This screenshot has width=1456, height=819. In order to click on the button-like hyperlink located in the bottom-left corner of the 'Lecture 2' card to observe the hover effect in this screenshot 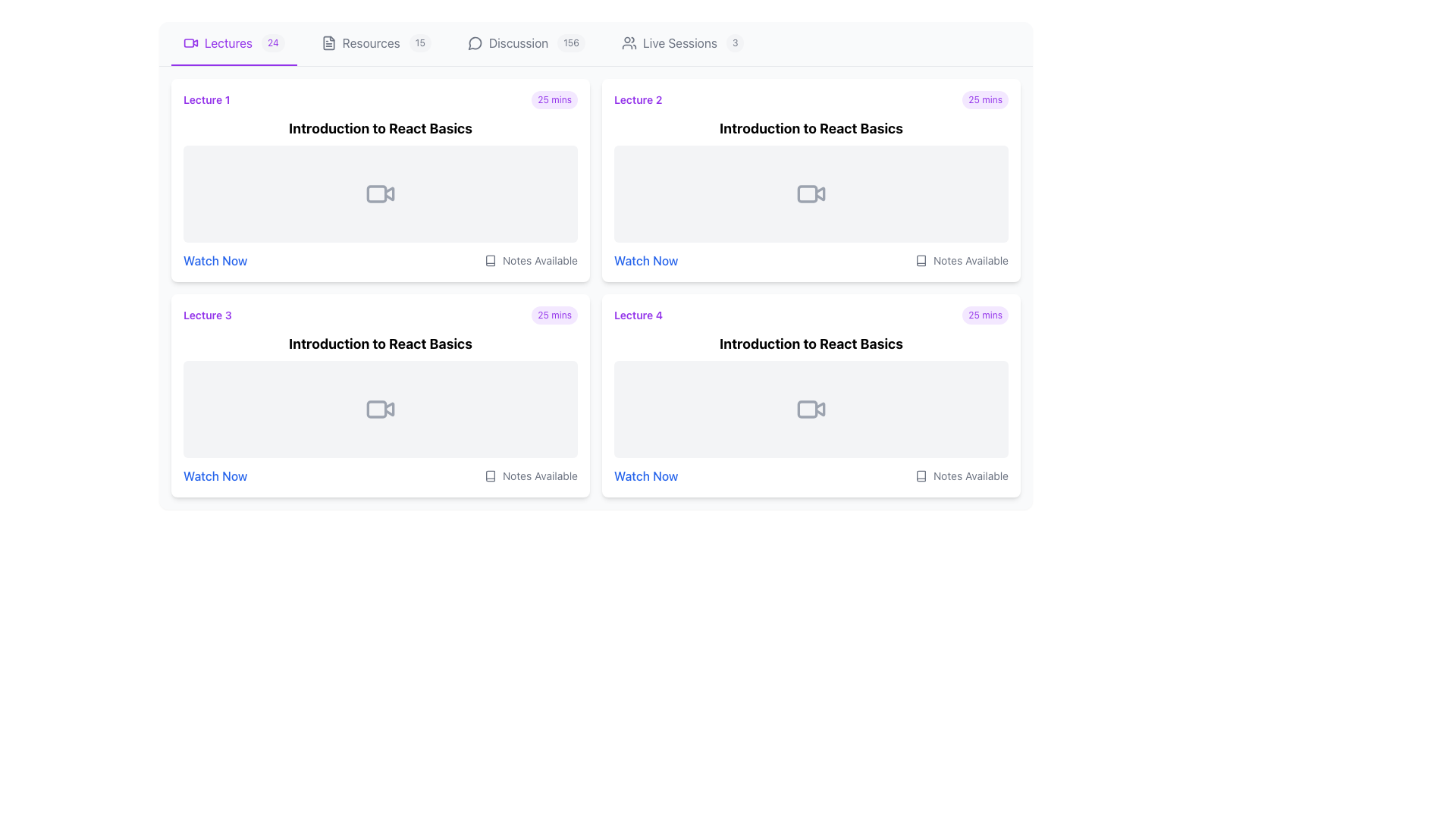, I will do `click(645, 259)`.